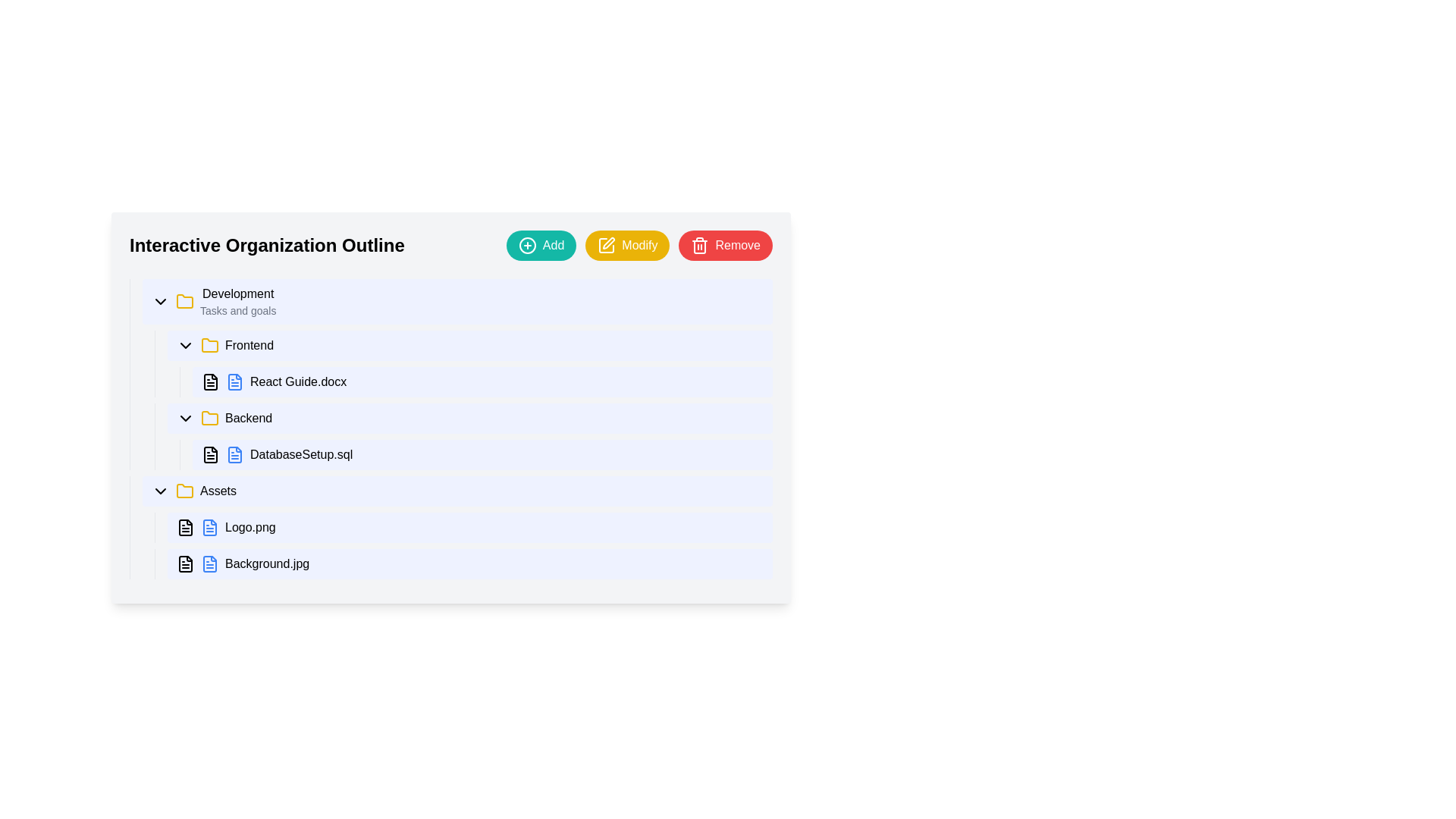  Describe the element at coordinates (541, 245) in the screenshot. I see `the 'Add' button, which is a rounded rectangular button with a teal background and white text, featuring a '+' icon on its left side, located at the top-right section of the interface` at that location.